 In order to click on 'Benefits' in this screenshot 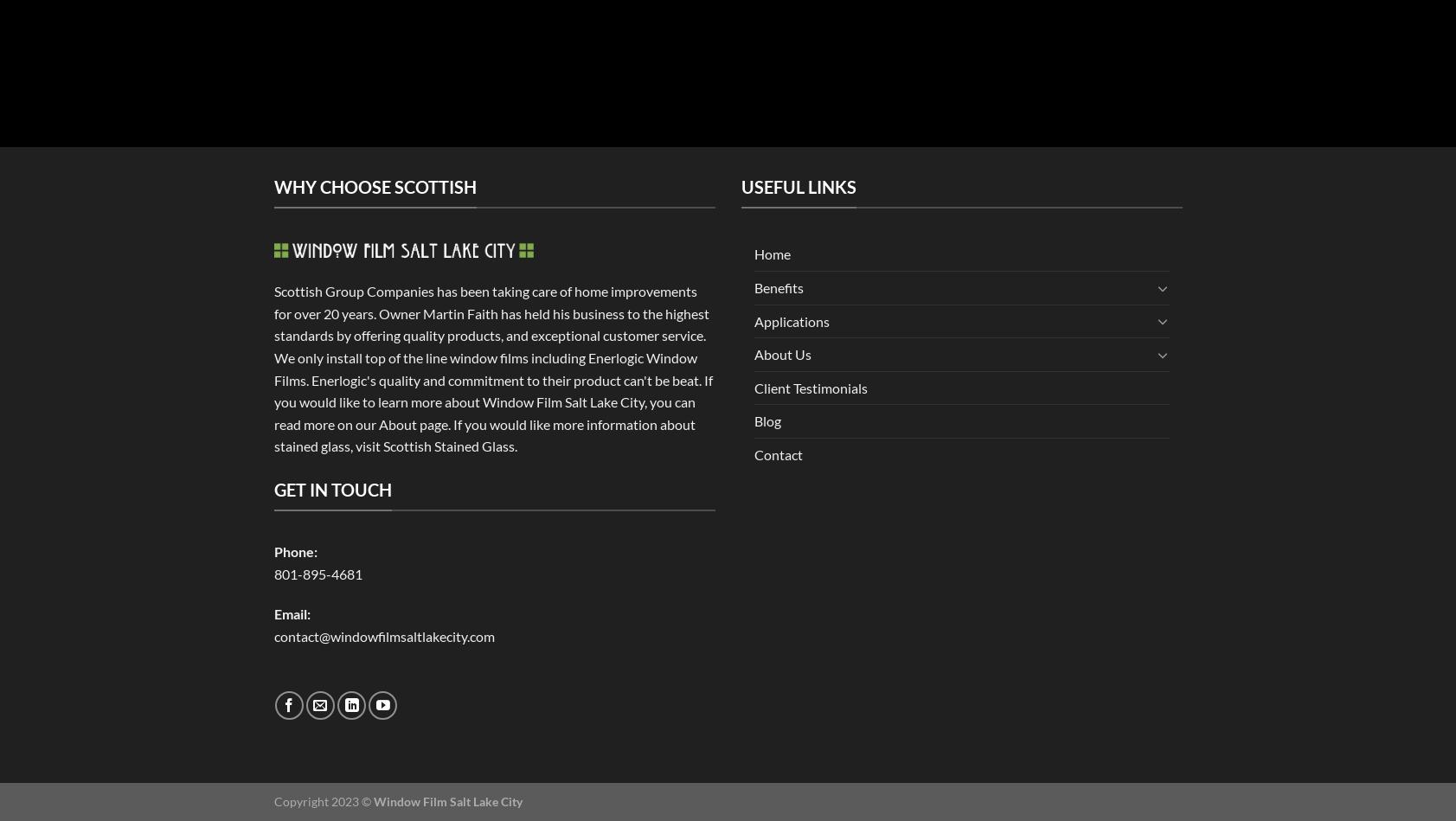, I will do `click(778, 286)`.